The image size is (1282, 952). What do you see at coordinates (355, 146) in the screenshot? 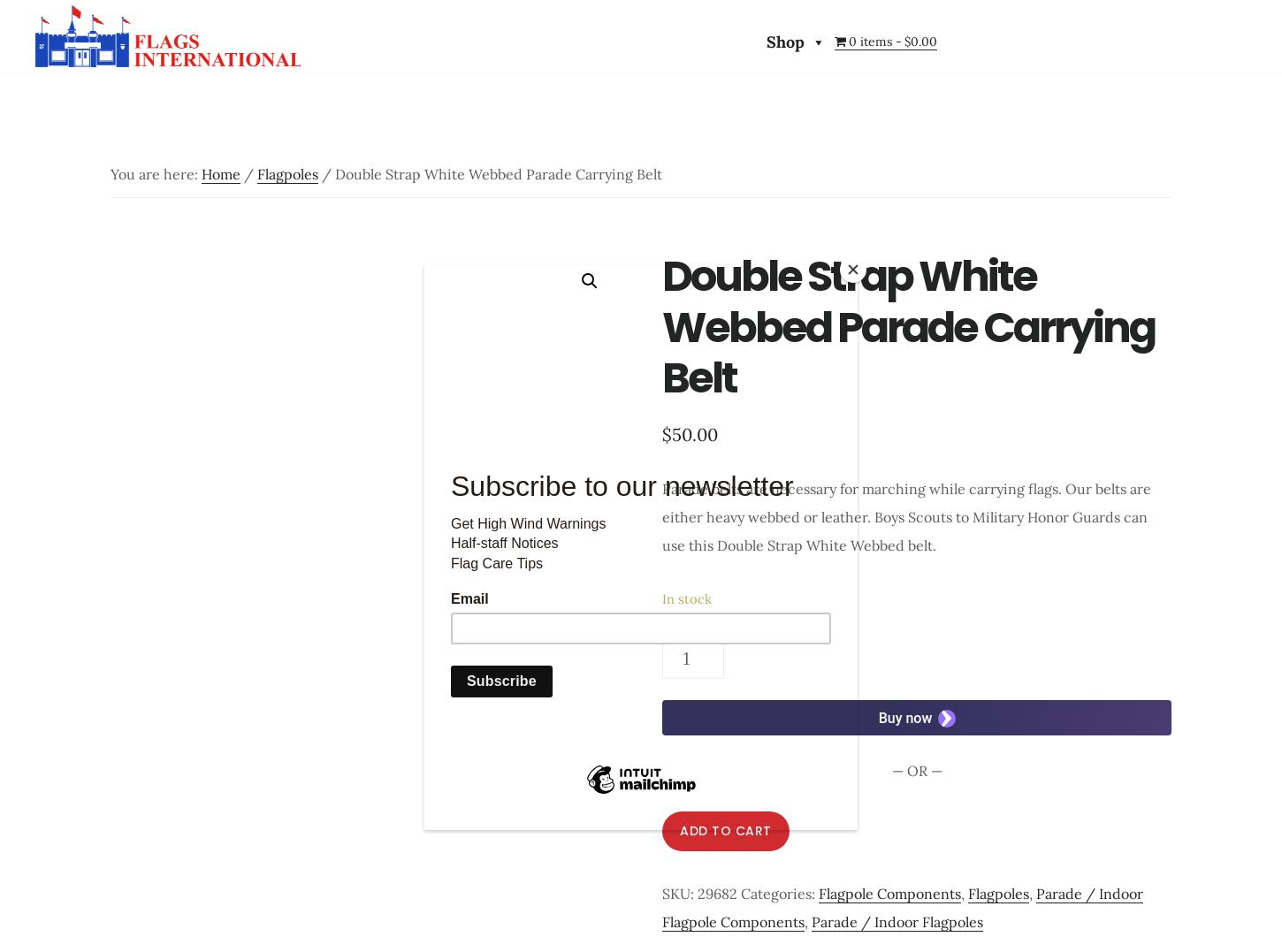
I see `'Civil Service Flags'` at bounding box center [355, 146].